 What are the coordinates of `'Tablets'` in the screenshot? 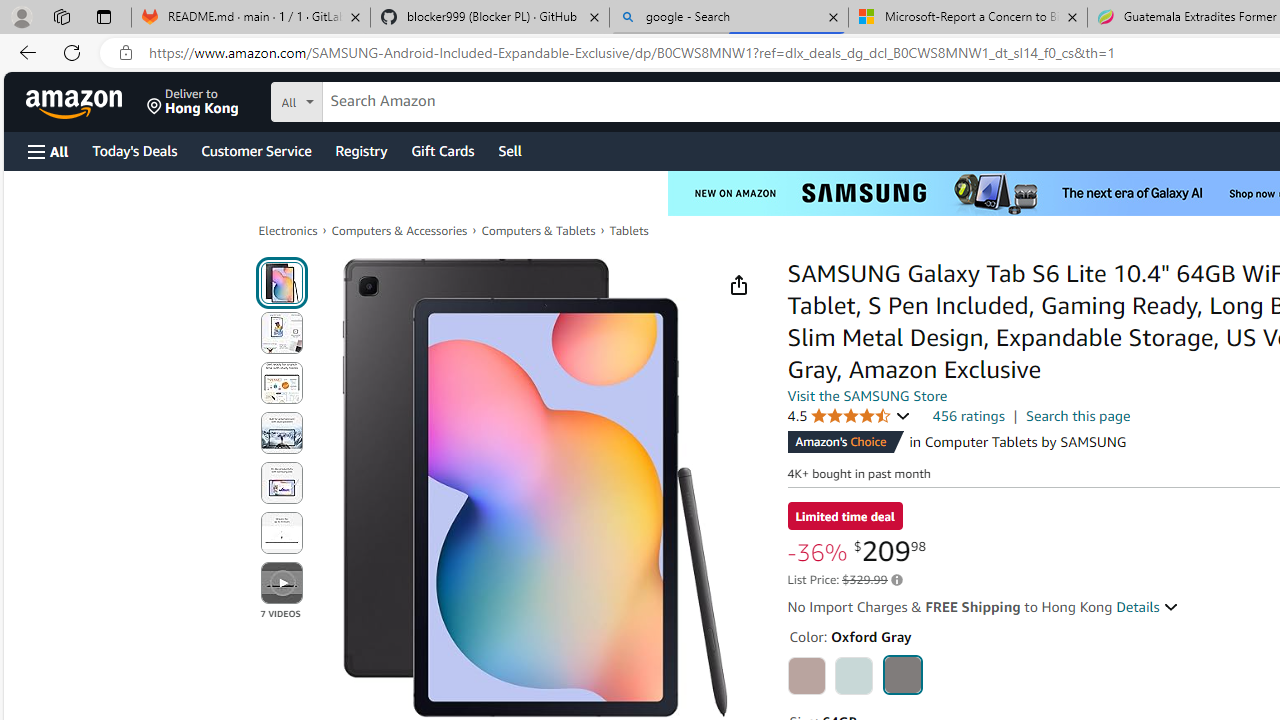 It's located at (628, 230).